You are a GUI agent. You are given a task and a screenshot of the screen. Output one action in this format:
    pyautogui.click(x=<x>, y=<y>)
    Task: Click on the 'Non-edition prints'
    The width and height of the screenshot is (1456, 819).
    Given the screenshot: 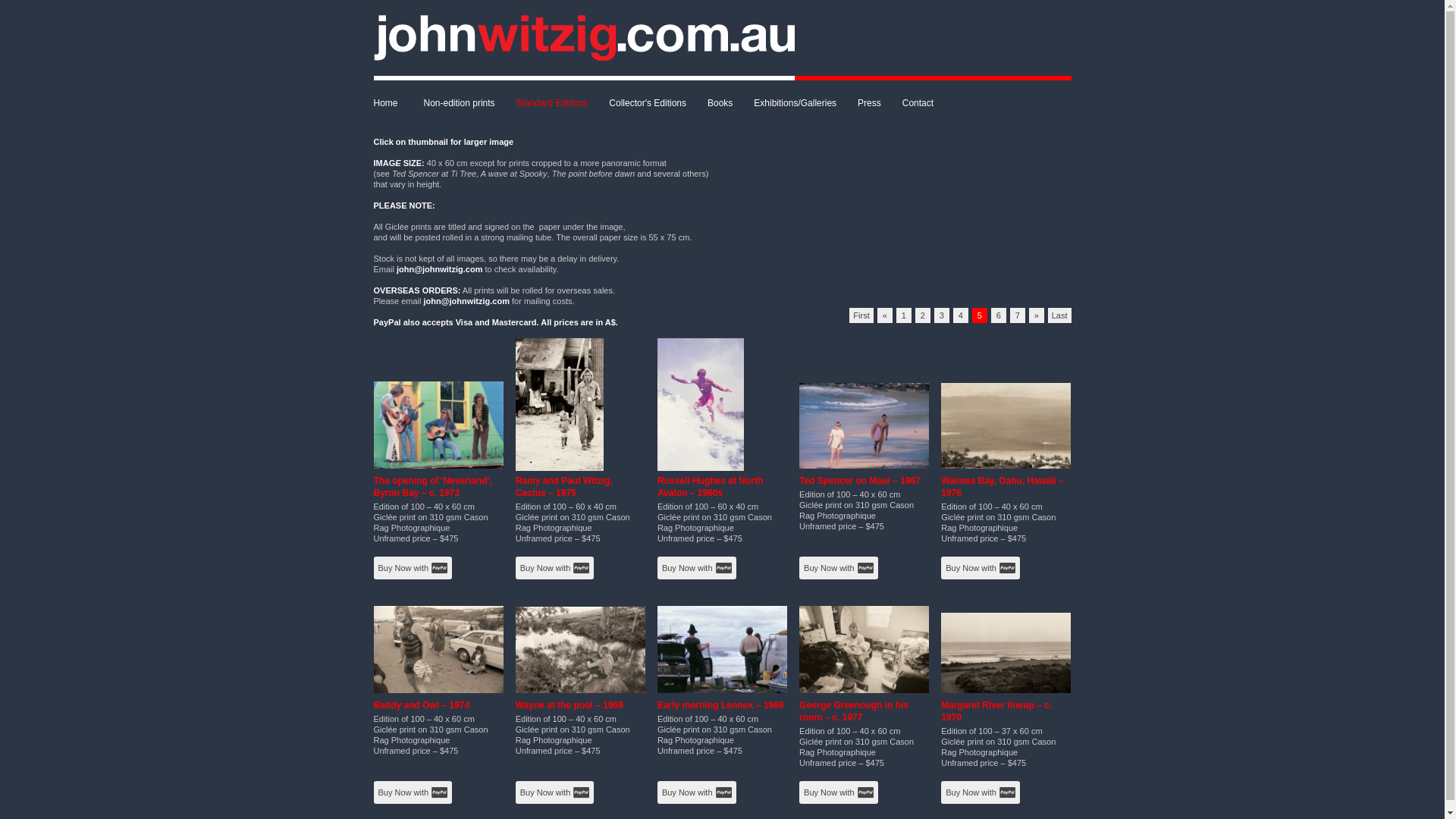 What is the action you would take?
    pyautogui.click(x=458, y=102)
    